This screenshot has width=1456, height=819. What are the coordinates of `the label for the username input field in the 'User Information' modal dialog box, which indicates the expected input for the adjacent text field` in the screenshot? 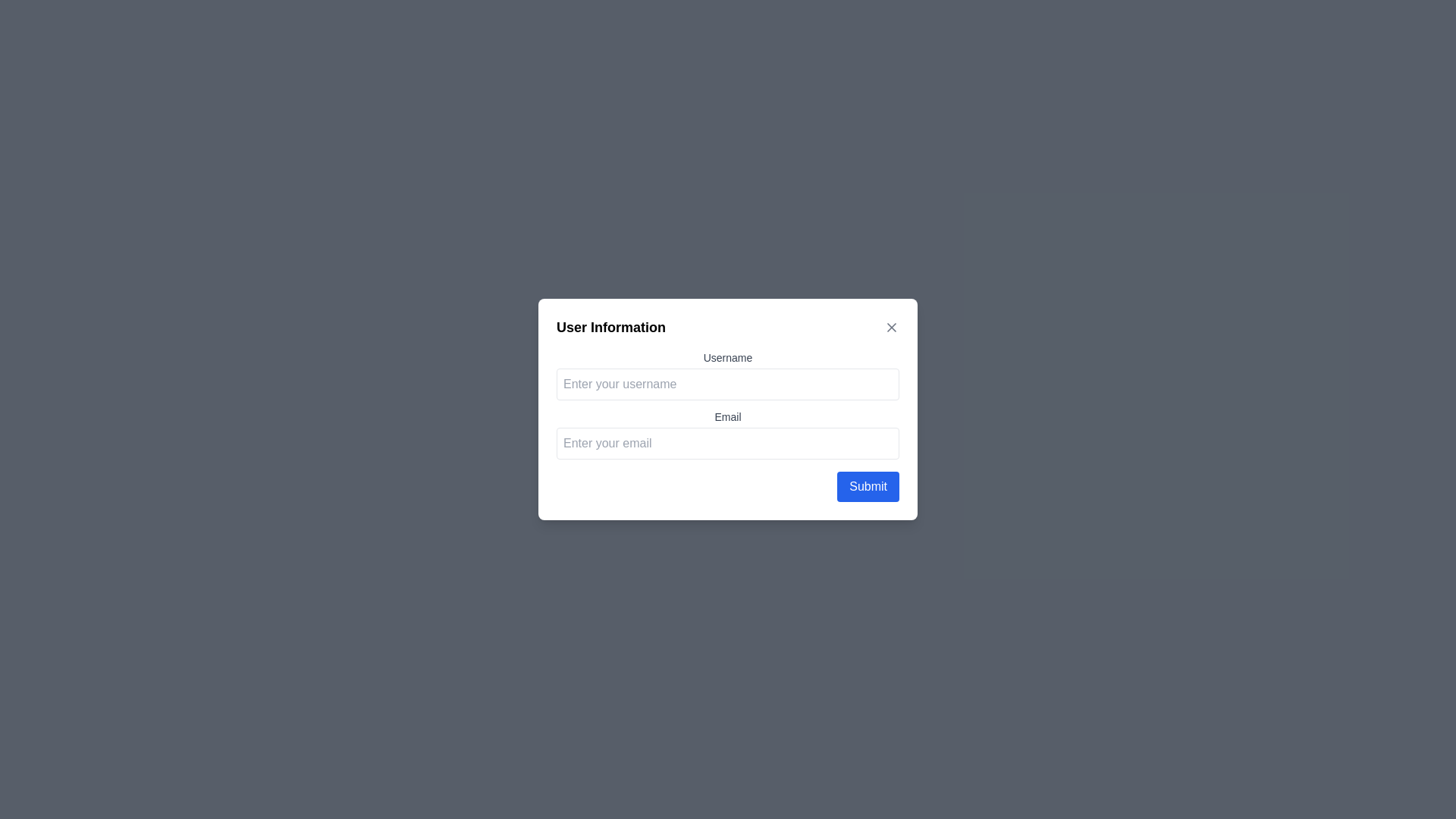 It's located at (728, 357).